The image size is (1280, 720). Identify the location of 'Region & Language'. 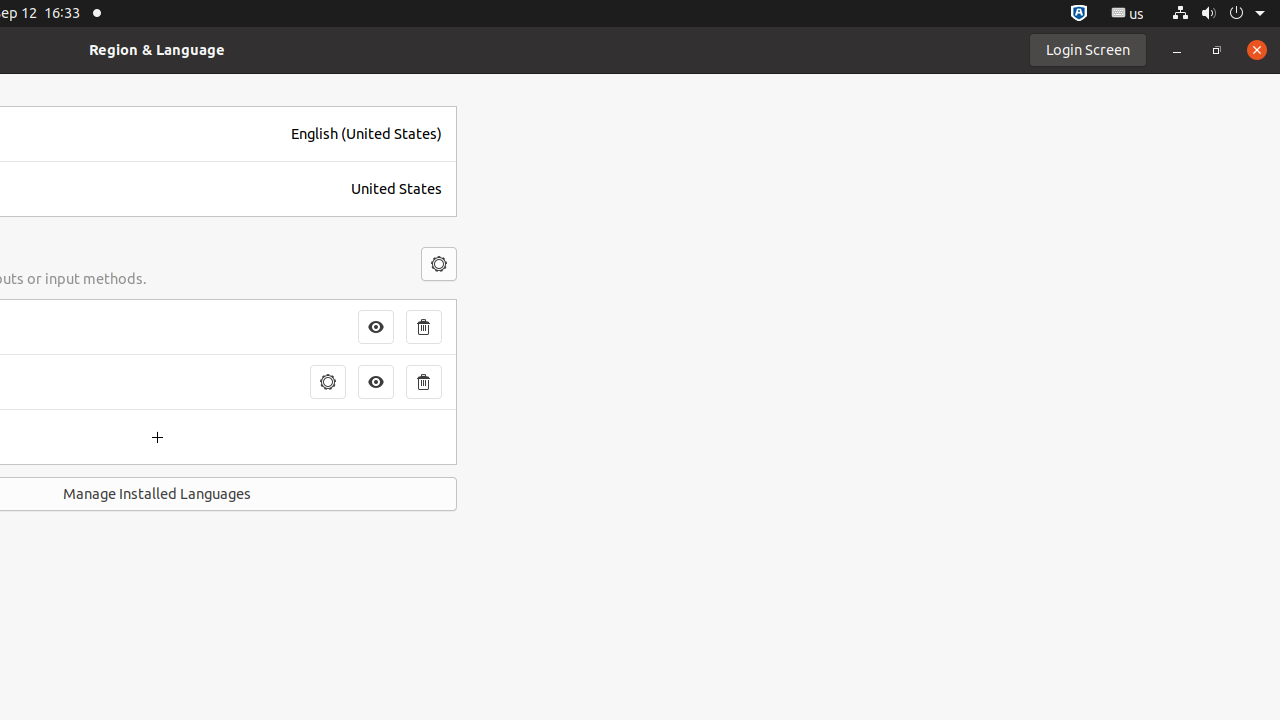
(156, 48).